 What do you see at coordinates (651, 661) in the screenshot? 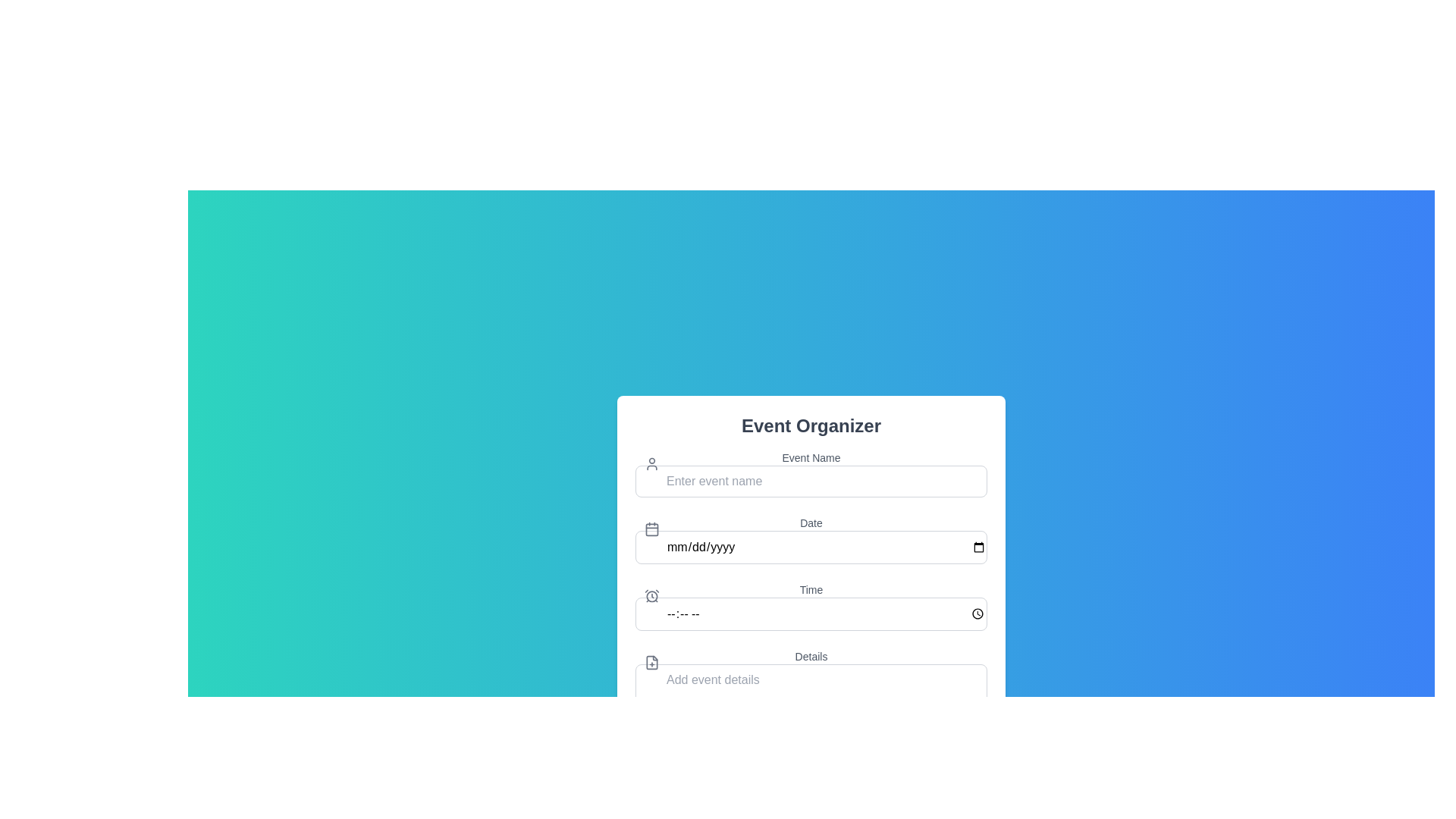
I see `the icon representing the action of adding something, located to the left of the multiline text input box labeled 'Details'` at bounding box center [651, 661].